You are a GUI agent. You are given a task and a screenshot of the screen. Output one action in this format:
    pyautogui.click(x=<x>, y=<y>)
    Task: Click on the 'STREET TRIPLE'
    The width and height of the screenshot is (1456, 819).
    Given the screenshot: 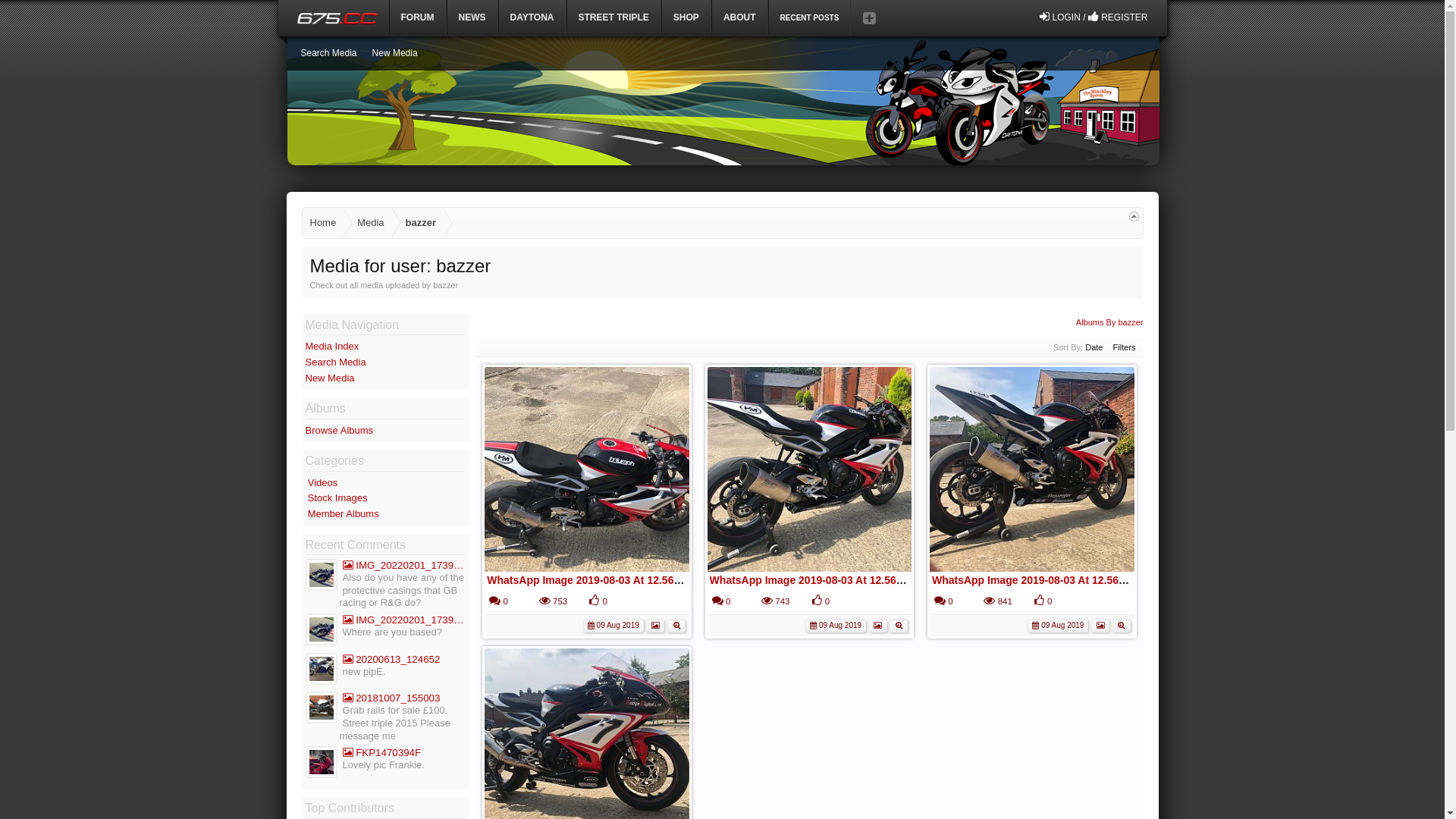 What is the action you would take?
    pyautogui.click(x=613, y=17)
    